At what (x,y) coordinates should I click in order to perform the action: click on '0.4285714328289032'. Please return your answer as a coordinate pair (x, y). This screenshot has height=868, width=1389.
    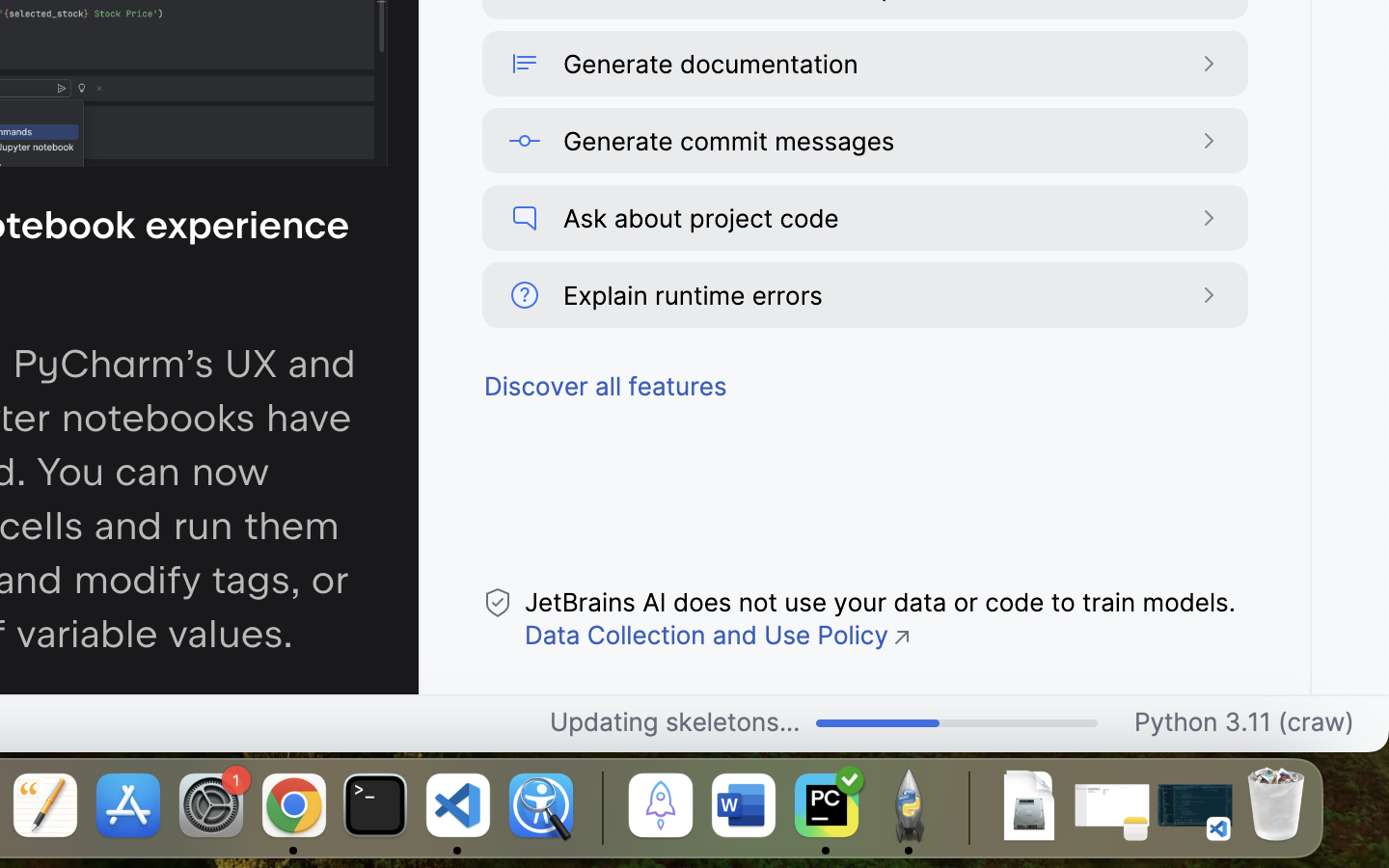
    Looking at the image, I should click on (598, 807).